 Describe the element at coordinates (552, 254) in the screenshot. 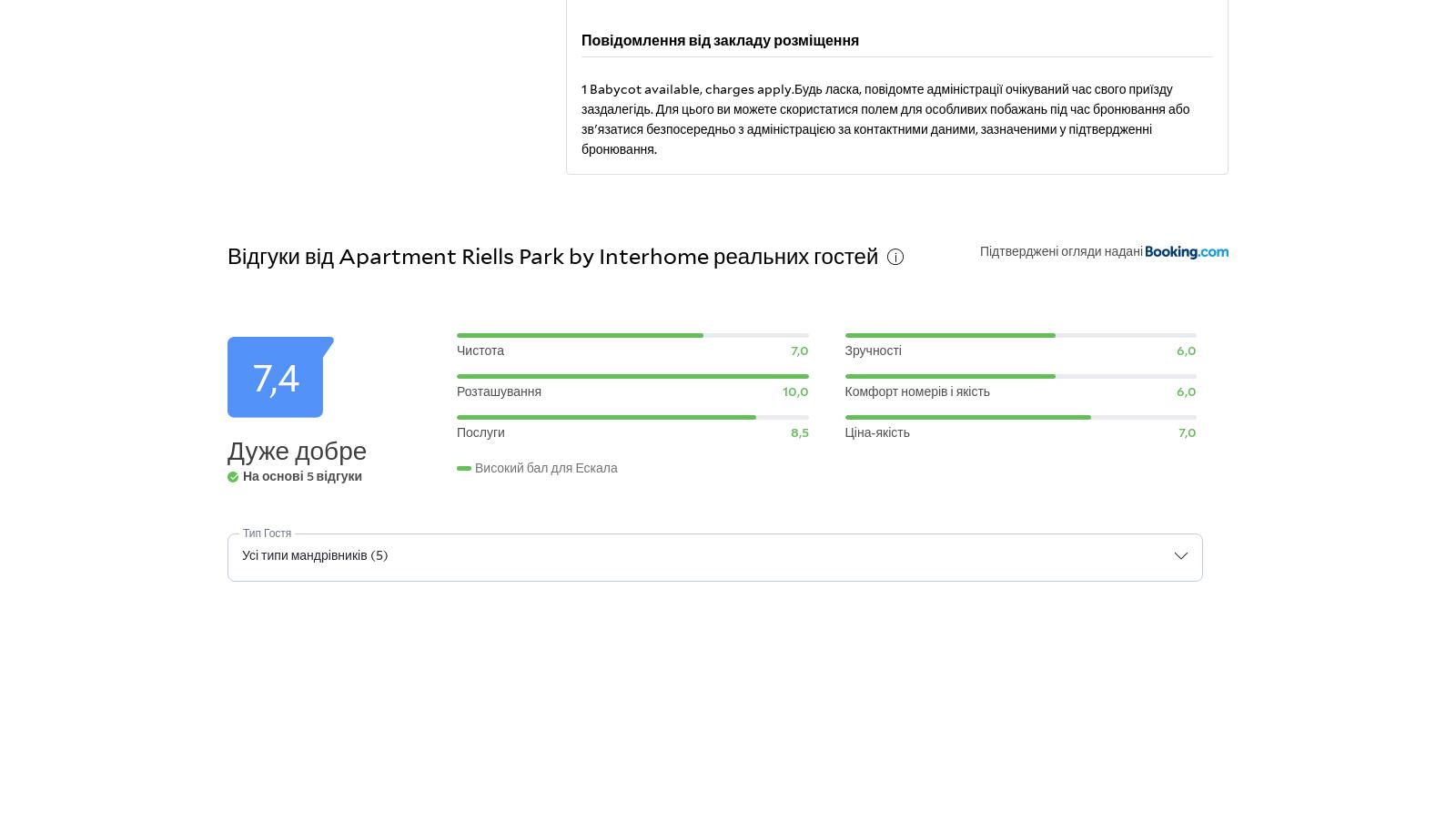

I see `'Відгуки від Apartment Riells Park by Interhome реальних гостей'` at that location.